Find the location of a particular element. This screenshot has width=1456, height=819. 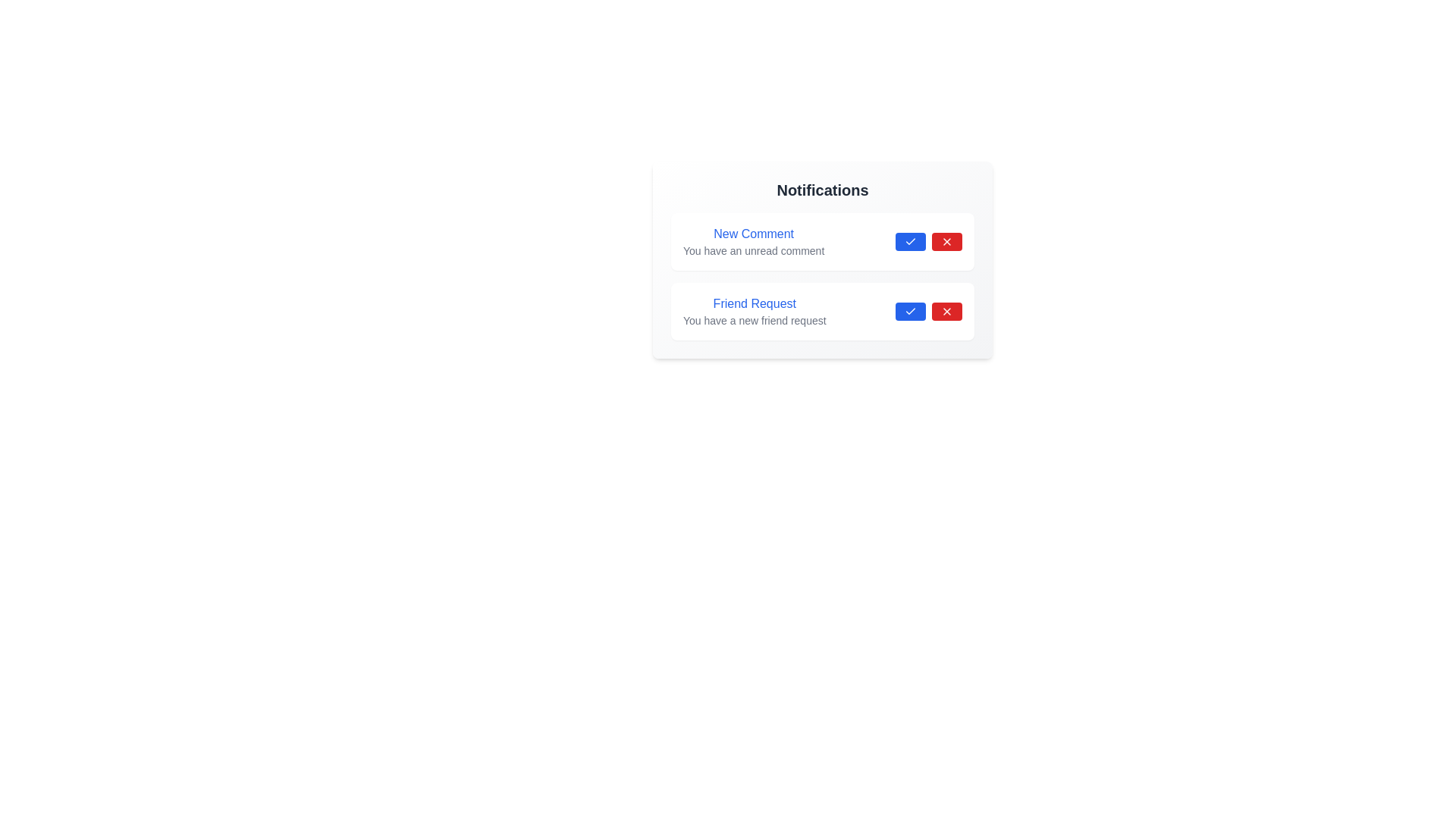

notification message about an unread comment displayed as the first item in the vertical list of notifications is located at coordinates (754, 241).